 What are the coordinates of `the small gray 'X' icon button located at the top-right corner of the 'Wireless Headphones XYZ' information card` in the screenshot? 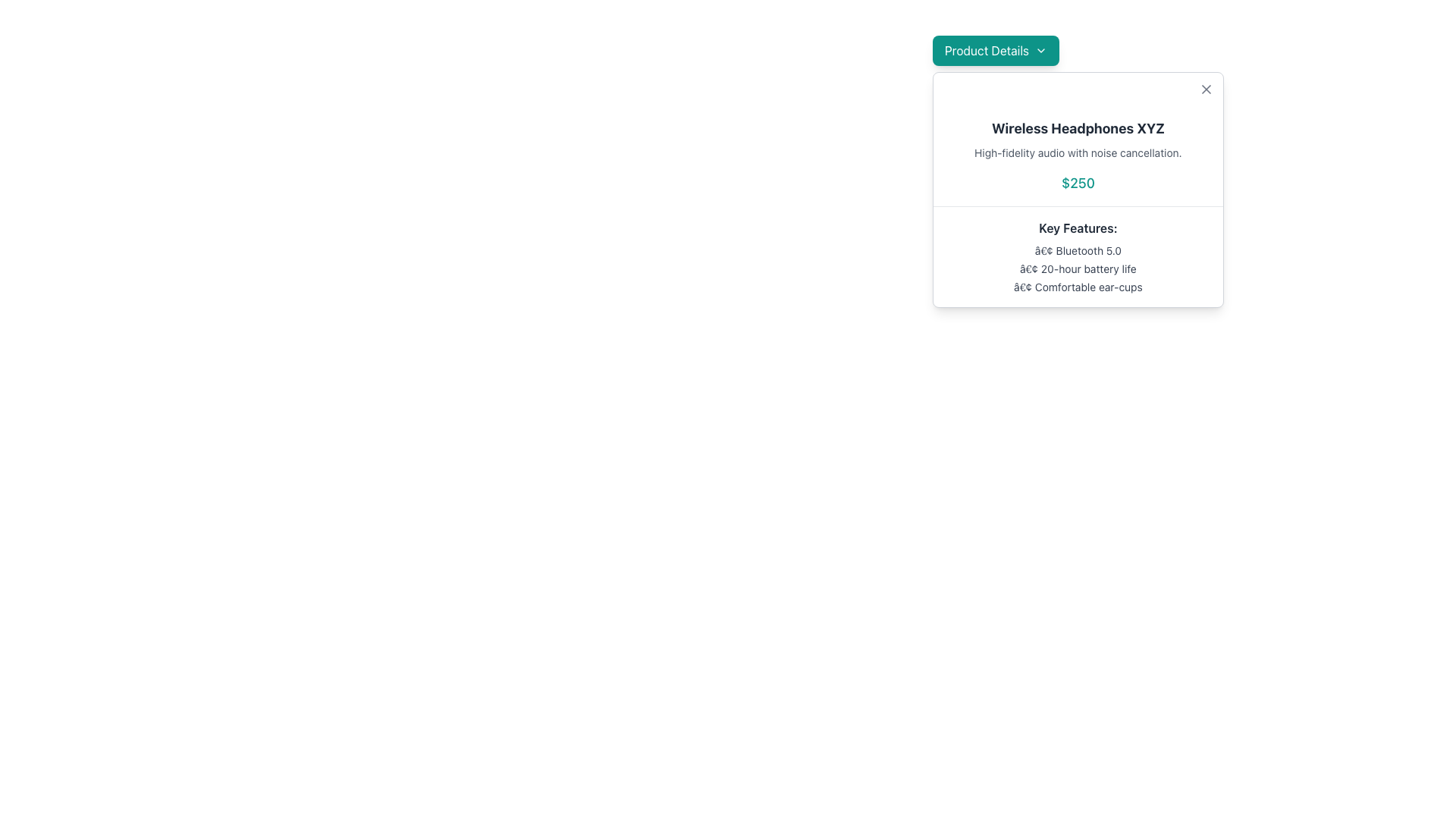 It's located at (1205, 89).